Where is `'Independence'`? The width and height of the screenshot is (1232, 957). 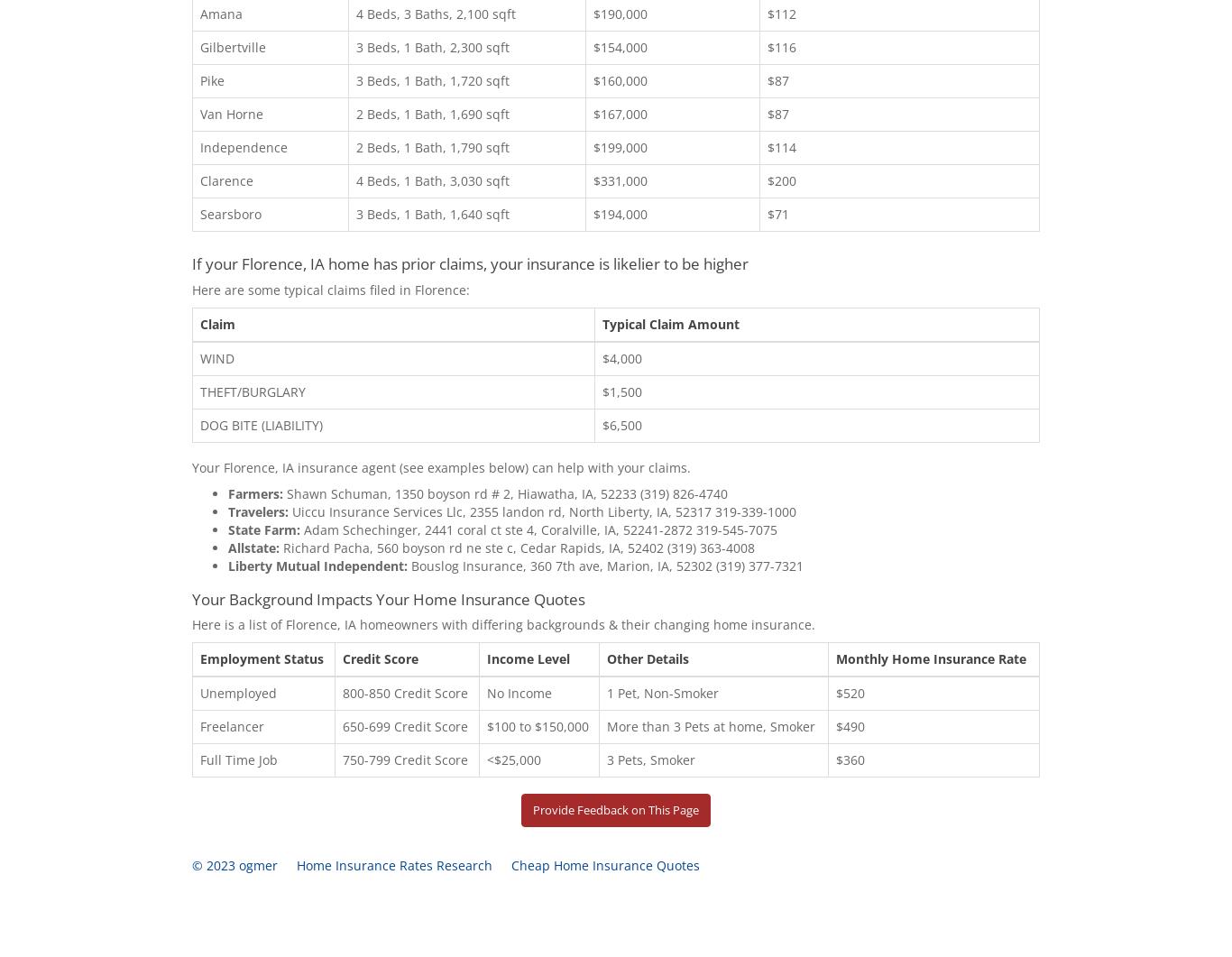
'Independence' is located at coordinates (244, 146).